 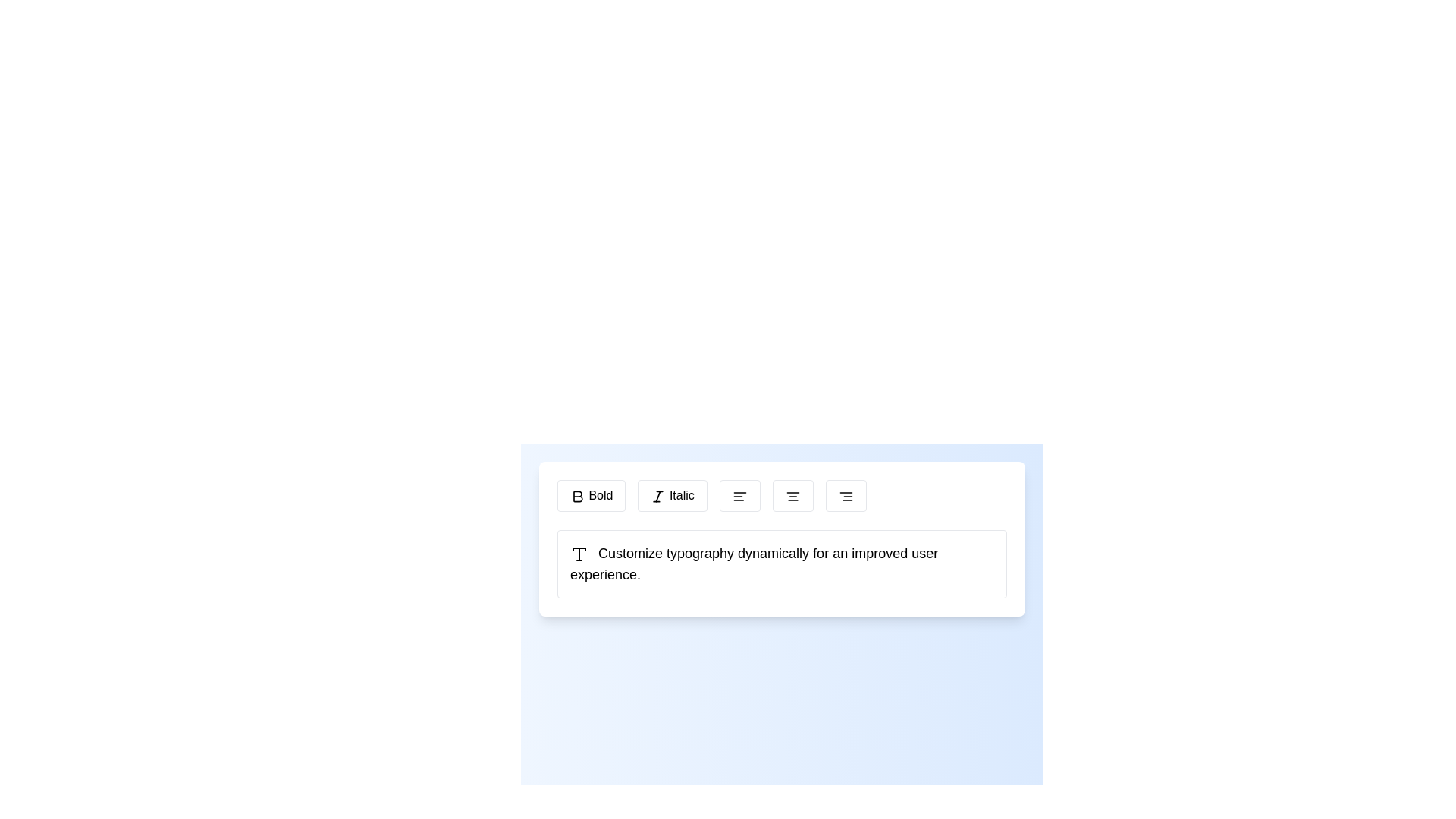 What do you see at coordinates (591, 496) in the screenshot?
I see `the bold toggle button, which is positioned first on the left side of a row of buttons` at bounding box center [591, 496].